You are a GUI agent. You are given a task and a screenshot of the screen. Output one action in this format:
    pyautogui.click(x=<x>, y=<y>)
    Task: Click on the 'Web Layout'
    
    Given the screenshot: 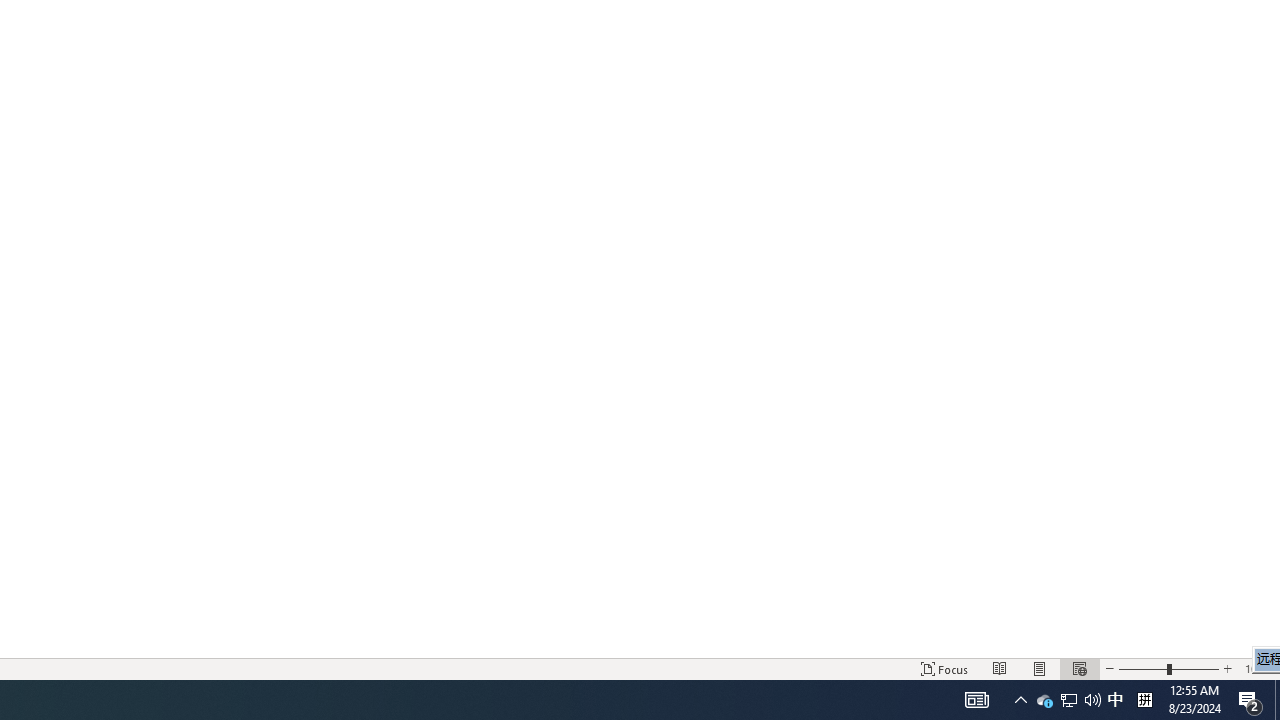 What is the action you would take?
    pyautogui.click(x=1078, y=669)
    